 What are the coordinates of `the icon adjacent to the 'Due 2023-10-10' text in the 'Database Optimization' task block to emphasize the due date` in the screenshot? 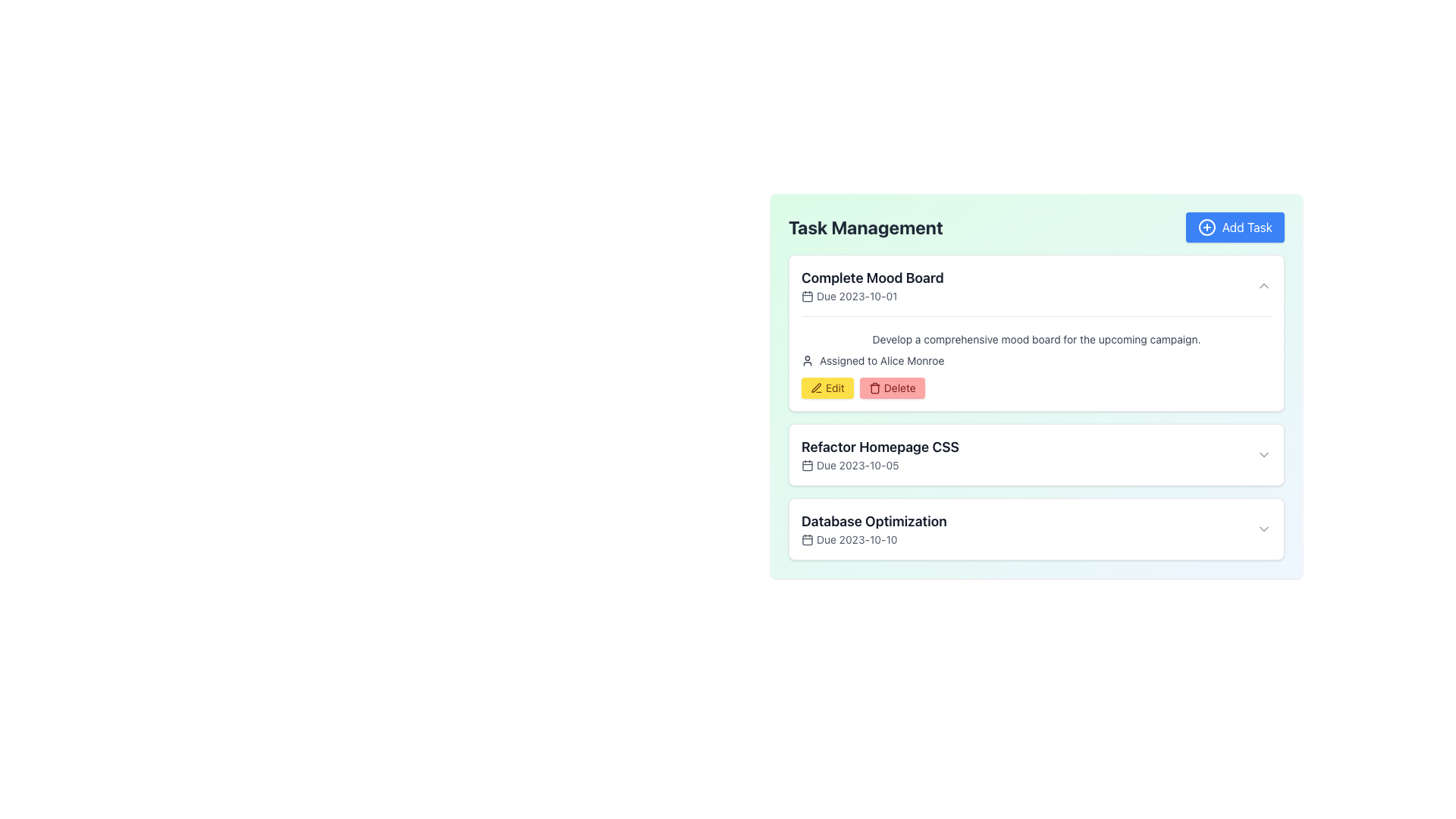 It's located at (807, 539).